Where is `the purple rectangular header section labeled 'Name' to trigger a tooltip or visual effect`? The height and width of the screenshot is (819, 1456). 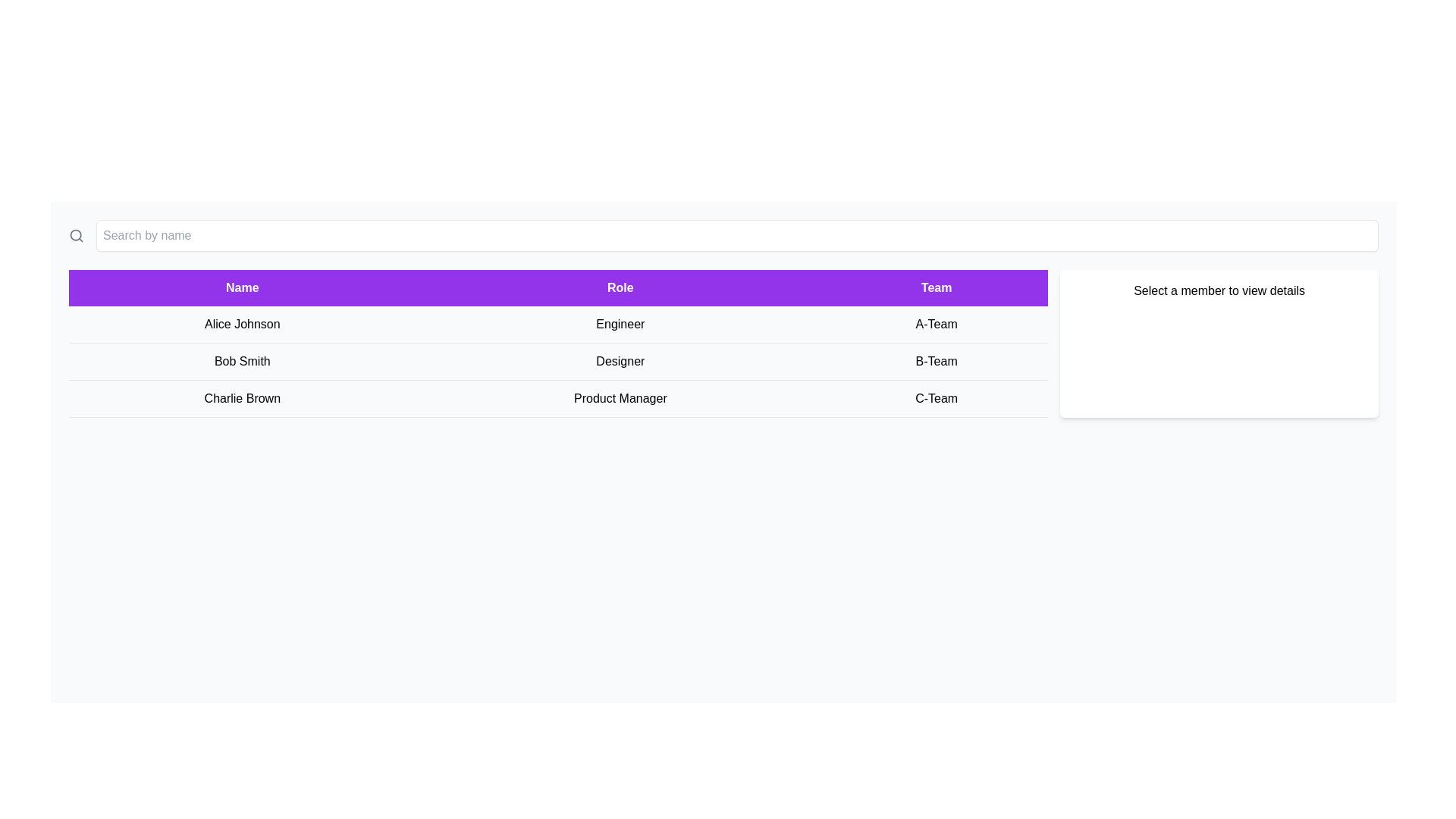
the purple rectangular header section labeled 'Name' to trigger a tooltip or visual effect is located at coordinates (241, 288).